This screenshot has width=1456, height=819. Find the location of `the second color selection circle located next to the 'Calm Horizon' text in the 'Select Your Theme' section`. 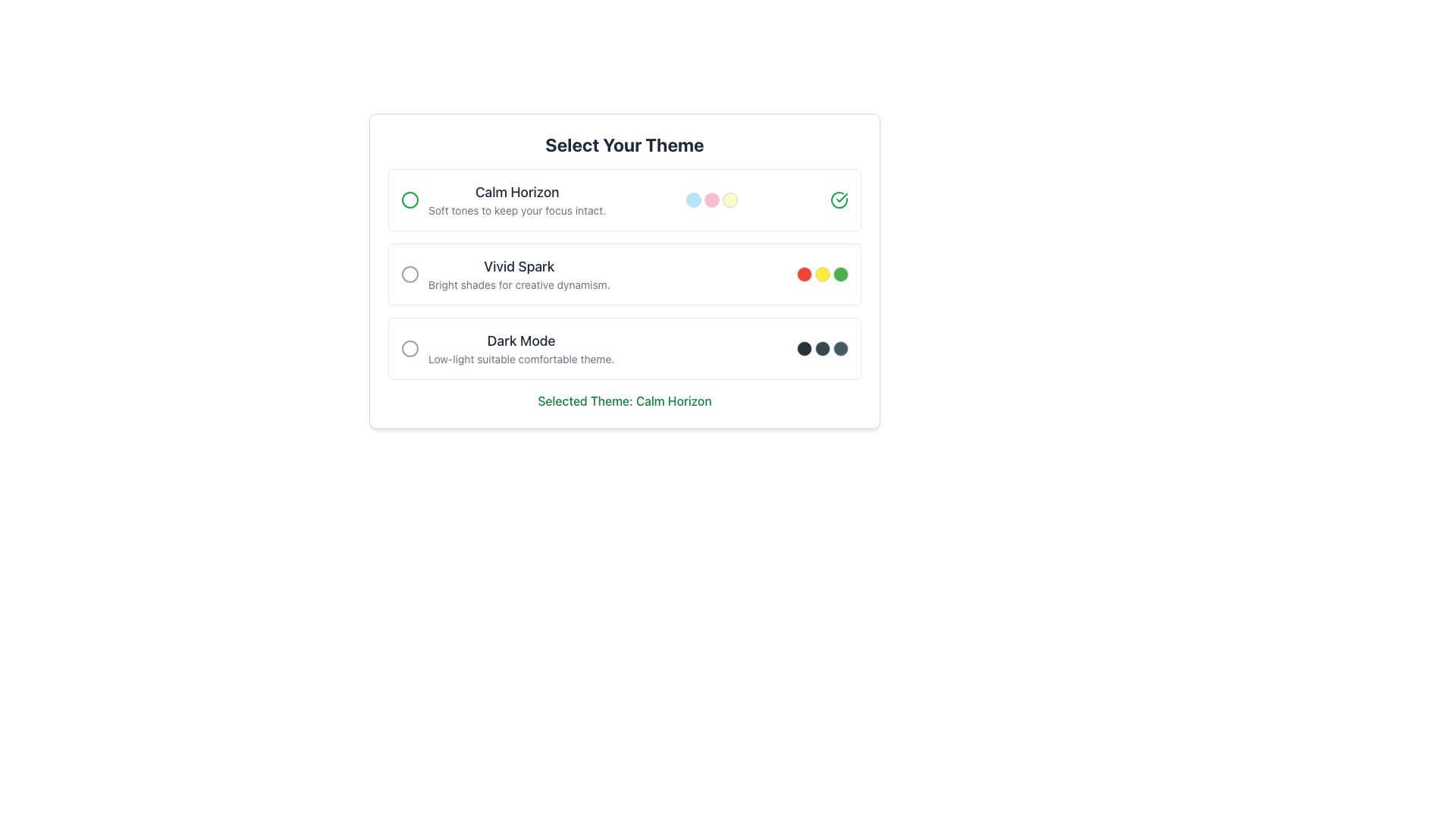

the second color selection circle located next to the 'Calm Horizon' text in the 'Select Your Theme' section is located at coordinates (711, 199).